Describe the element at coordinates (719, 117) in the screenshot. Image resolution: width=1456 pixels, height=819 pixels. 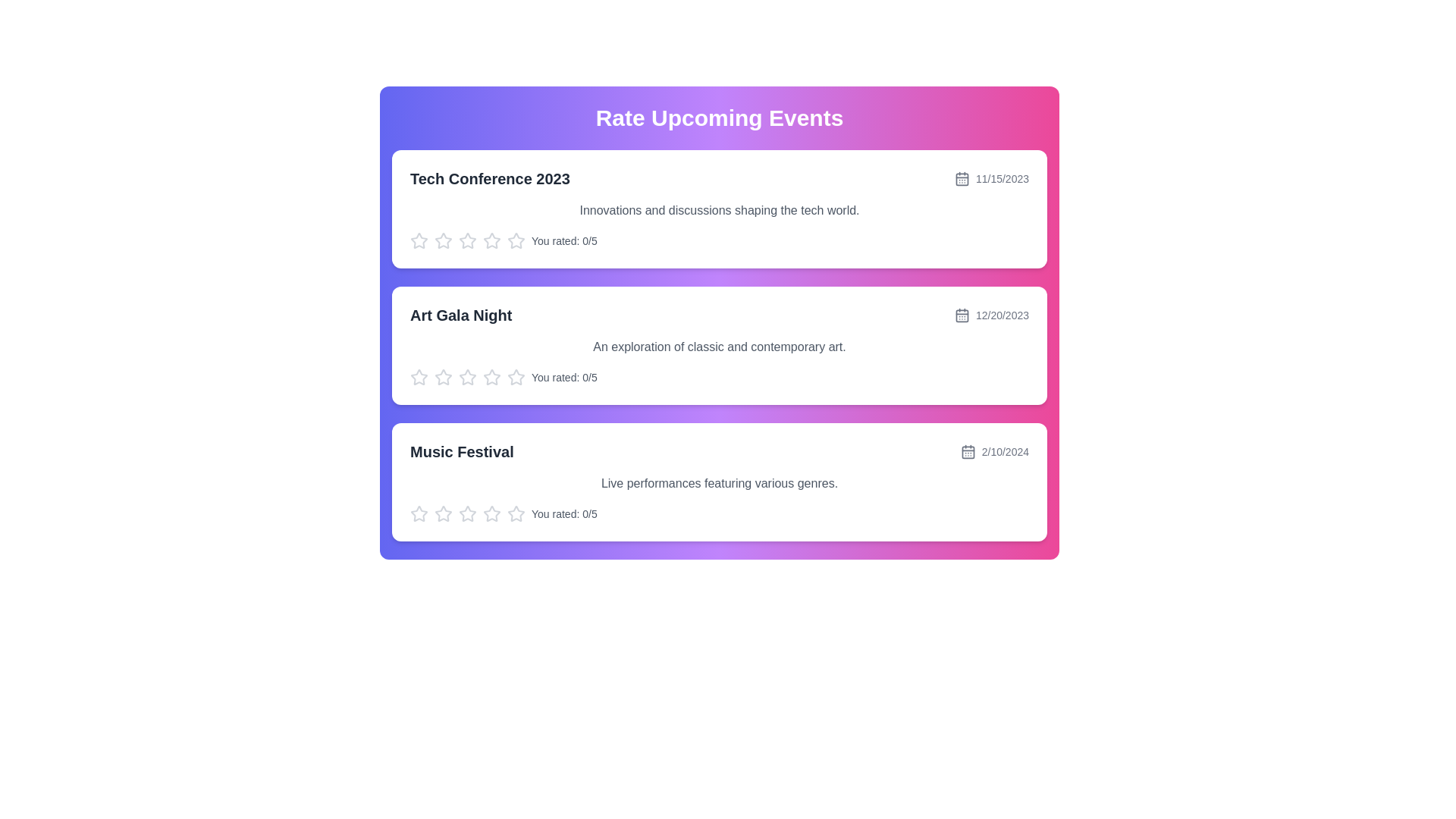
I see `the title text that serves as a headline for the section informing users about the content below, which focuses on rating events` at that location.